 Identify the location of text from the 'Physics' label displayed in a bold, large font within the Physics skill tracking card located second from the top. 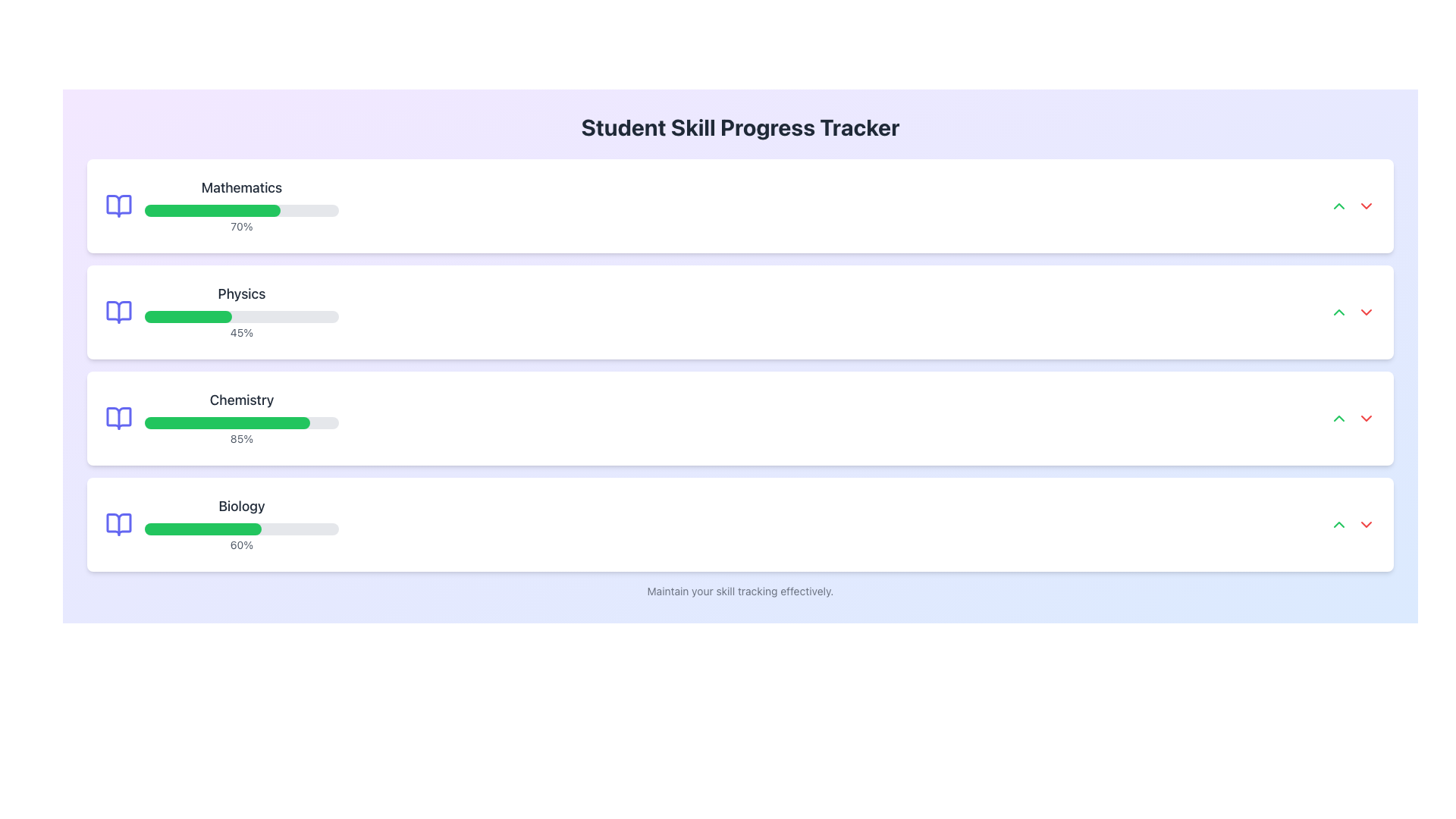
(240, 294).